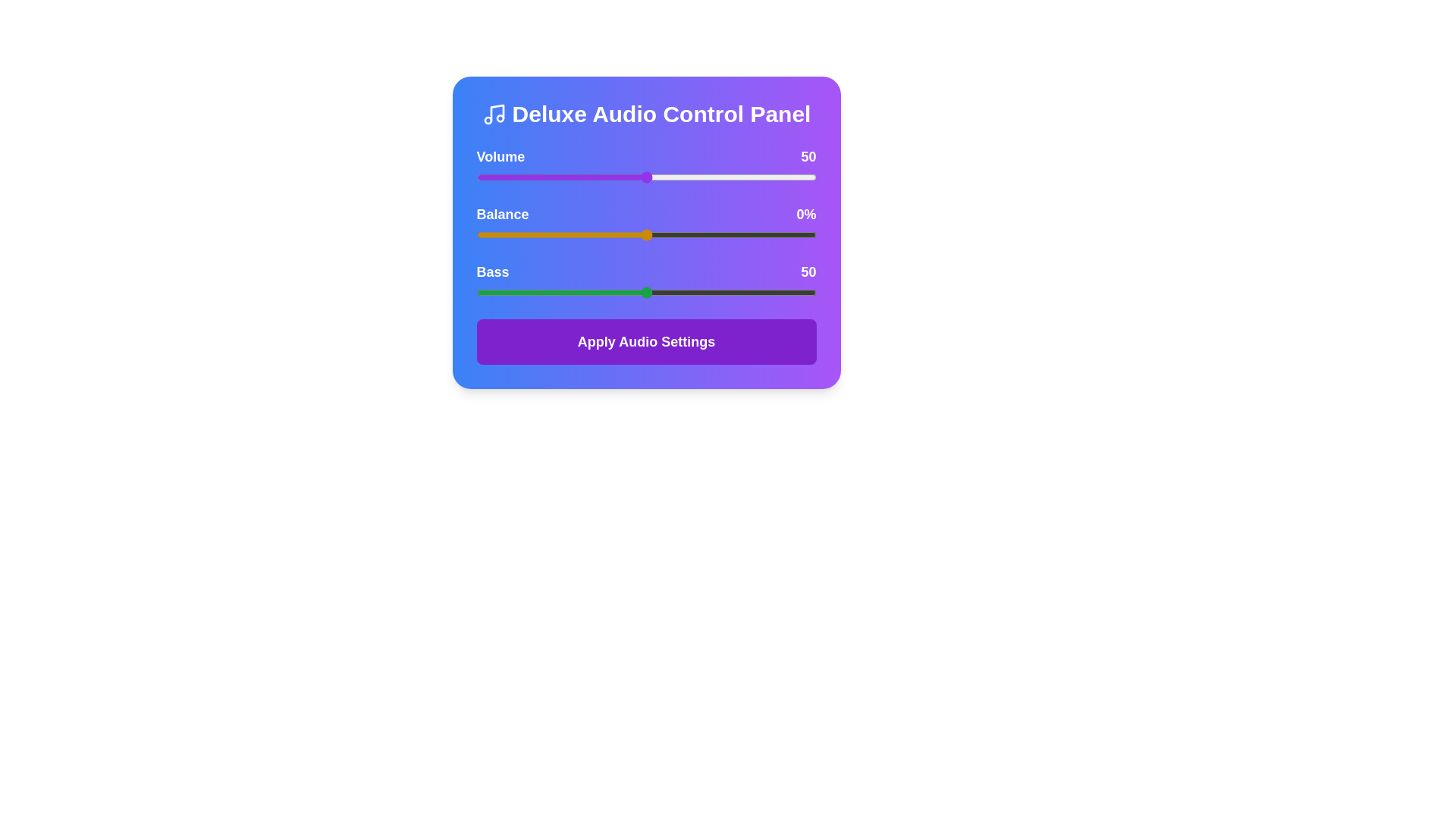 The width and height of the screenshot is (1456, 819). I want to click on the static text label displaying '0%' in white font, which is positioned on the right end of the 'Balance' slider bar within the interface, so click(805, 214).